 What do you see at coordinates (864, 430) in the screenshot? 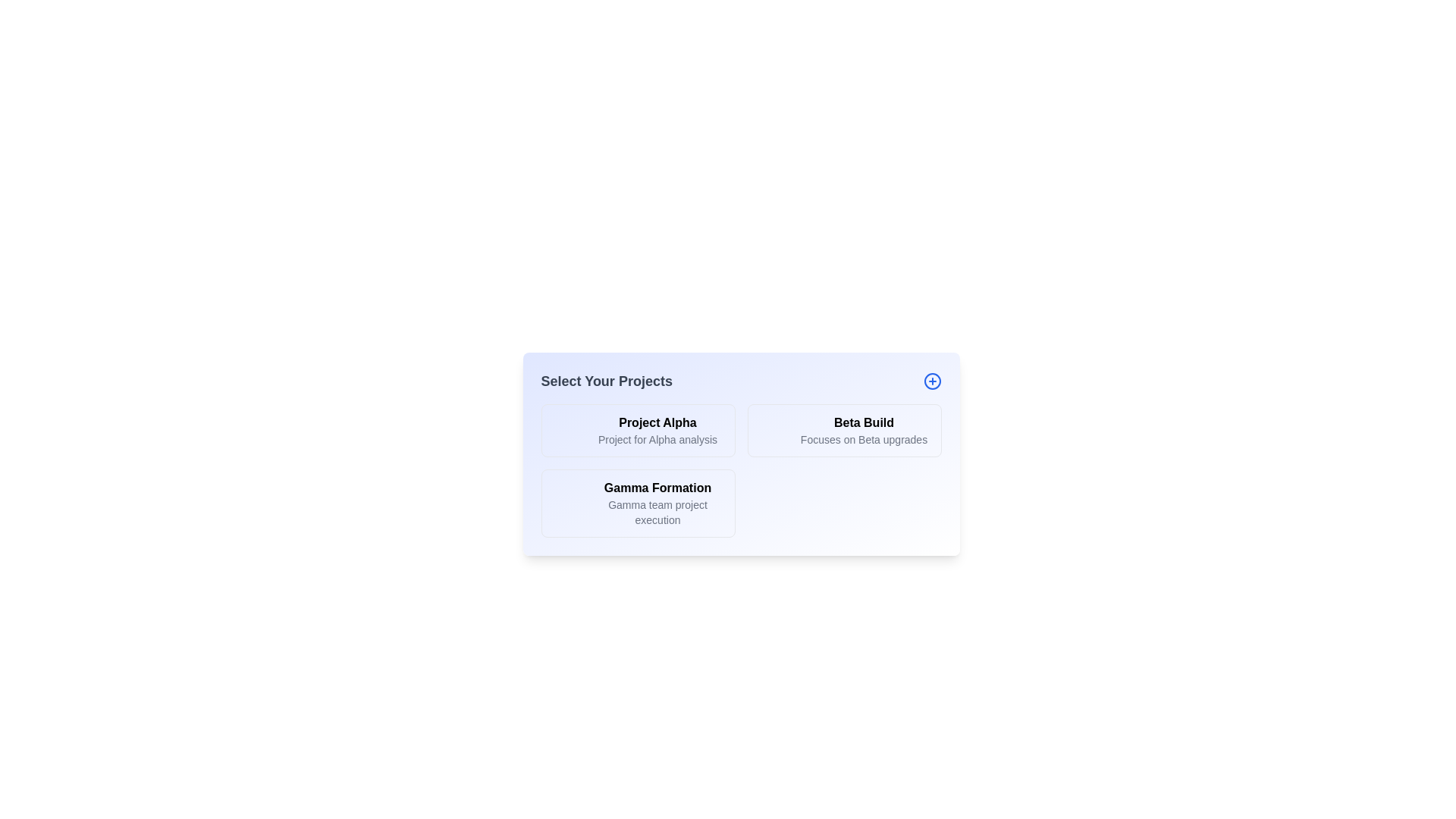
I see `the 'Beta Build' text block element` at bounding box center [864, 430].